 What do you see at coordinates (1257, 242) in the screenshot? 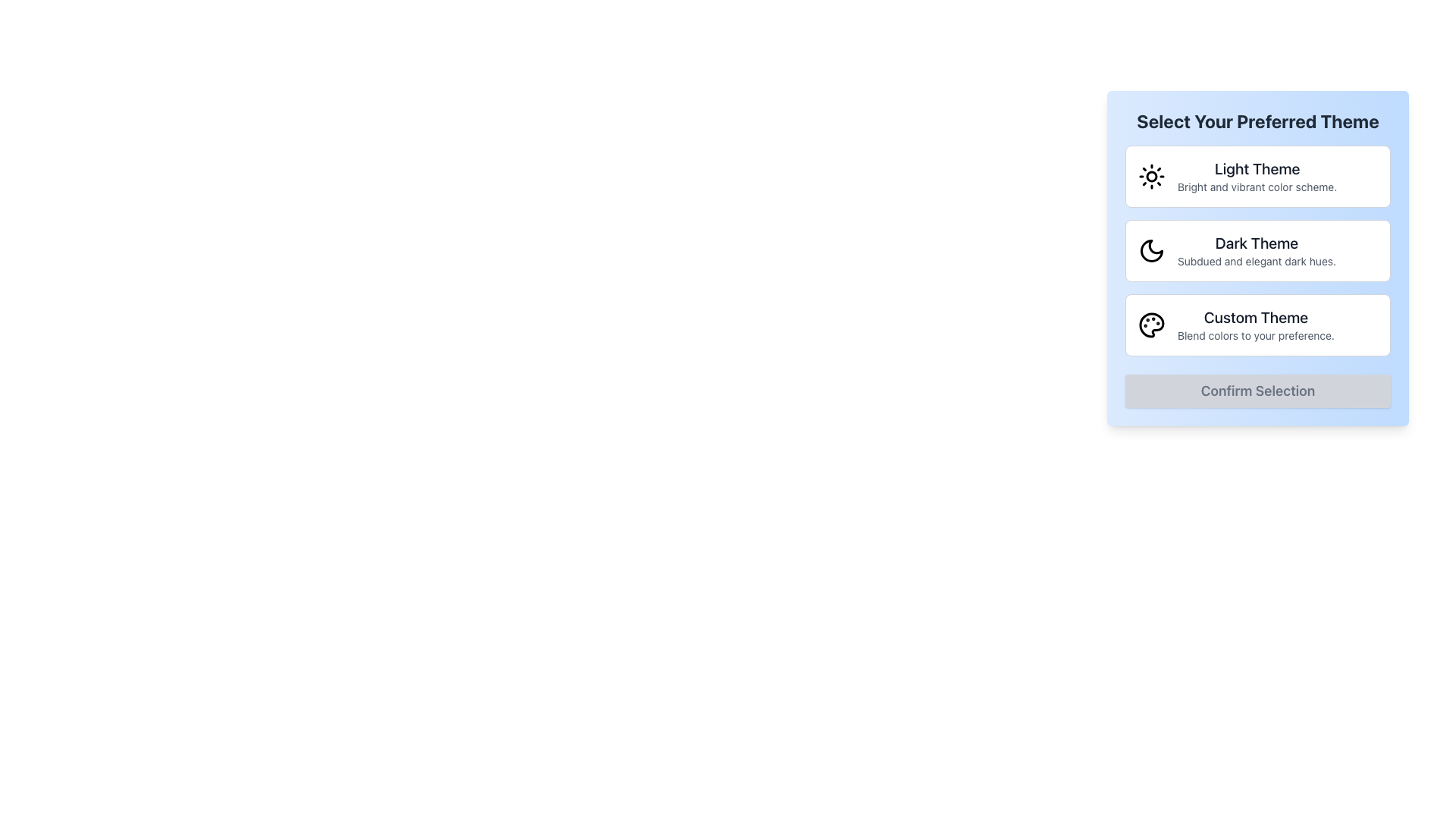
I see `title text label for the 'Dark Theme' option, which is positioned above the descriptive text in the theme selection interface` at bounding box center [1257, 242].